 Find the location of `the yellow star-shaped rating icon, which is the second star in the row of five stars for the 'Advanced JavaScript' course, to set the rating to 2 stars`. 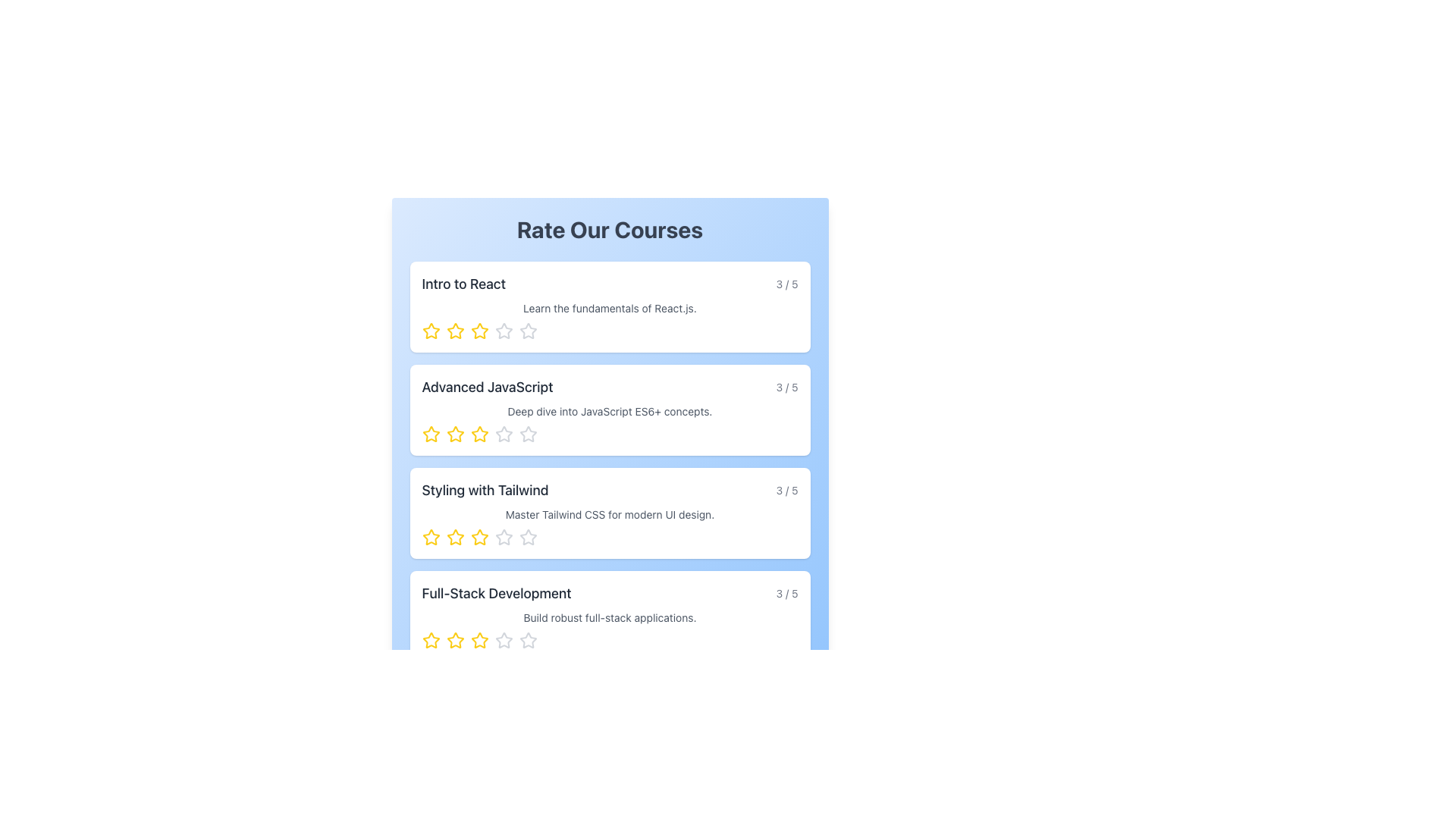

the yellow star-shaped rating icon, which is the second star in the row of five stars for the 'Advanced JavaScript' course, to set the rating to 2 stars is located at coordinates (454, 434).